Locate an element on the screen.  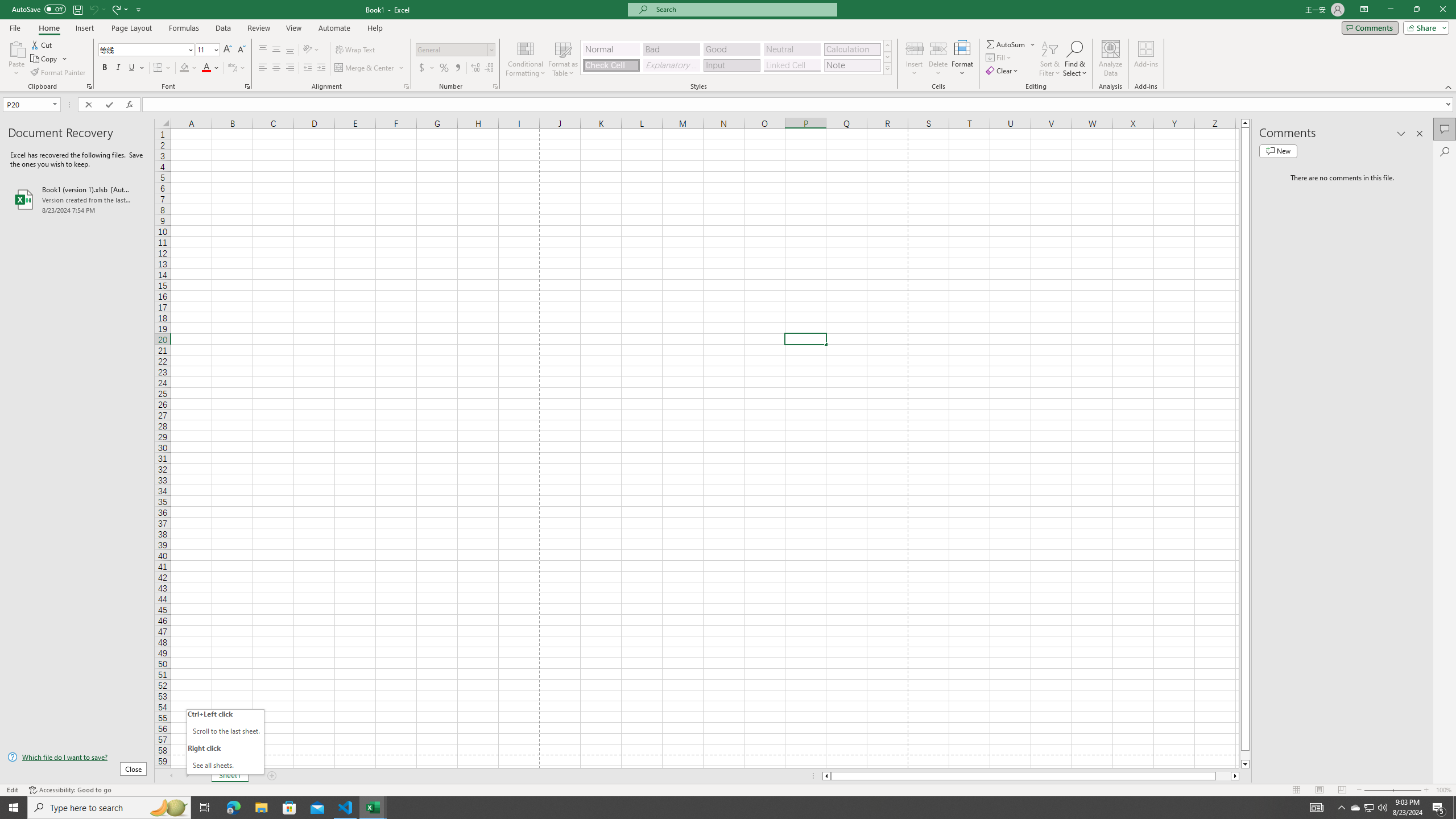
'Underline' is located at coordinates (136, 67).